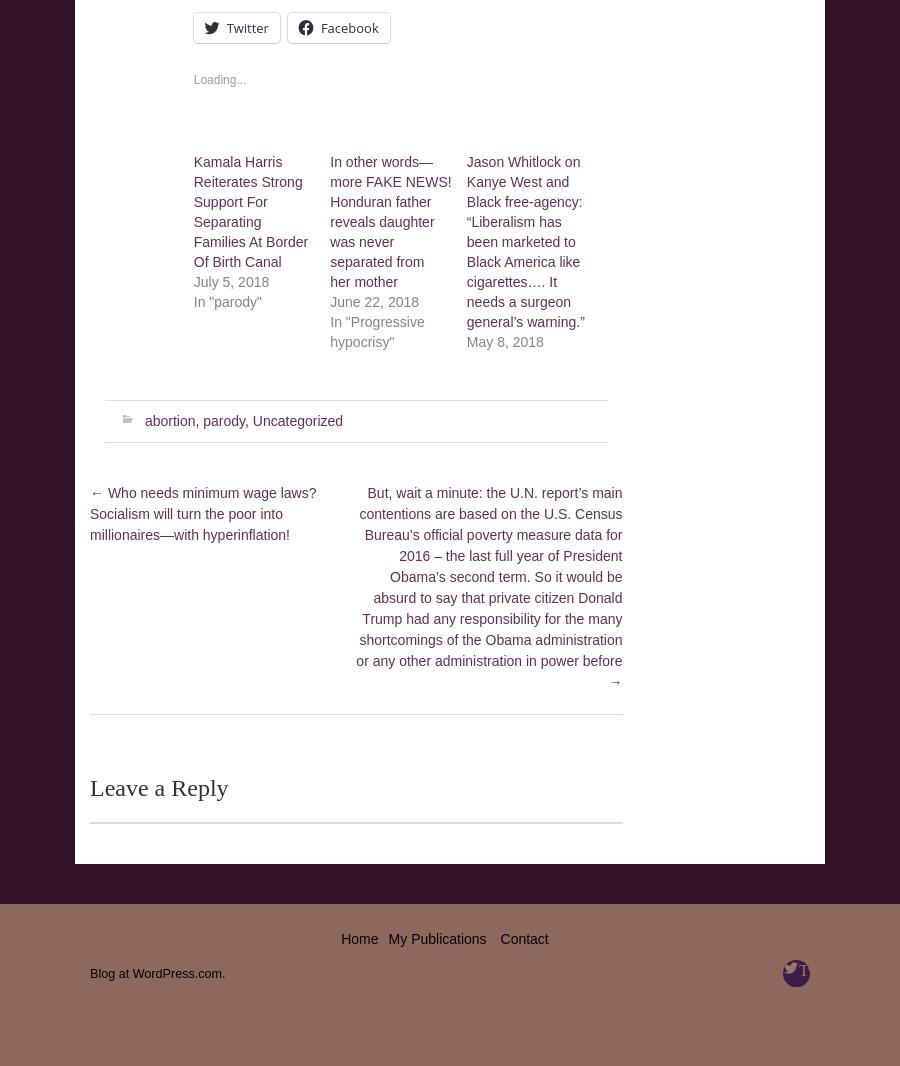 This screenshot has height=1066, width=900. I want to click on 'Uncategorized', so click(296, 420).